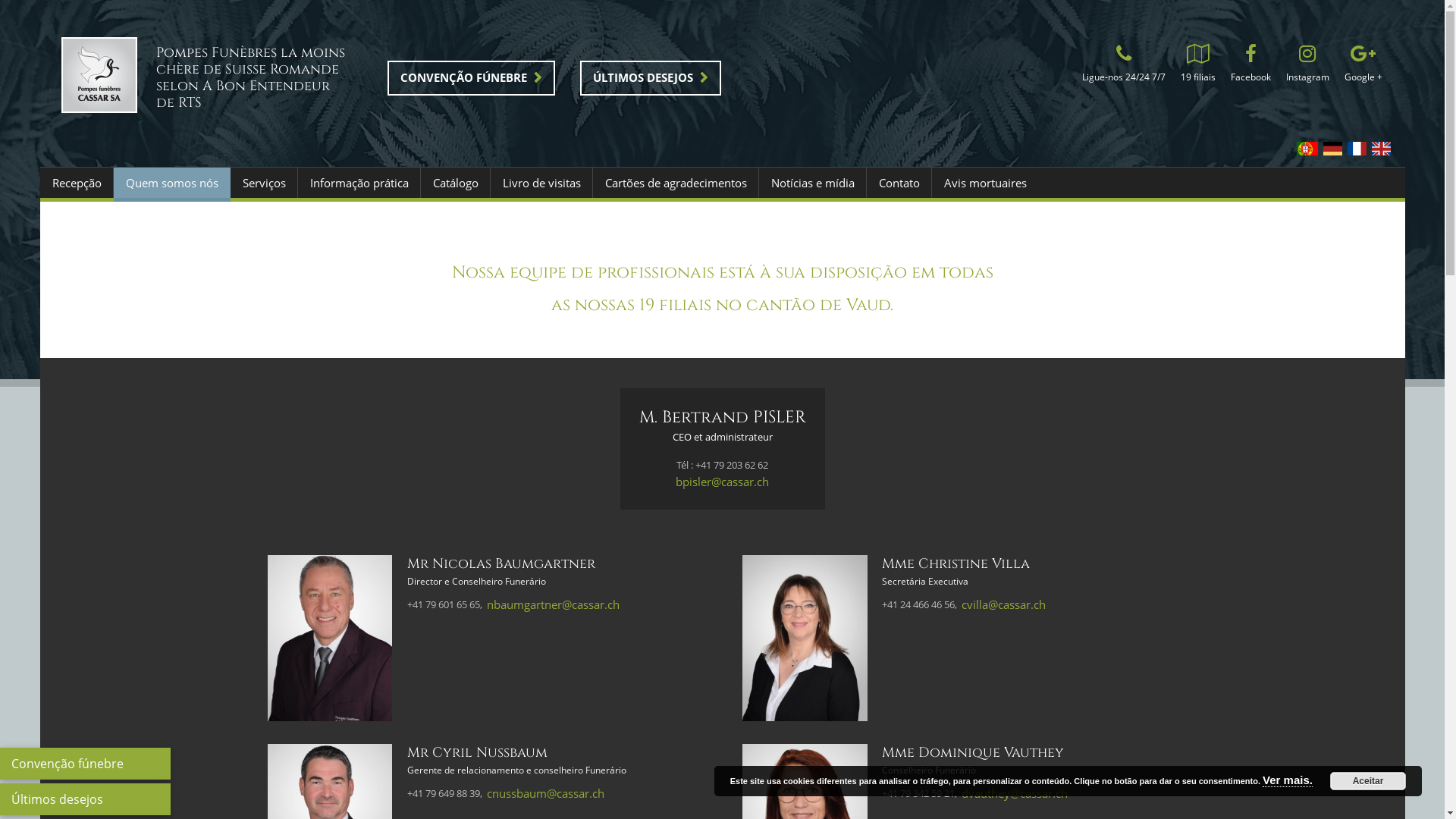  I want to click on 'Ligue-nos 24/24 7/7', so click(1123, 65).